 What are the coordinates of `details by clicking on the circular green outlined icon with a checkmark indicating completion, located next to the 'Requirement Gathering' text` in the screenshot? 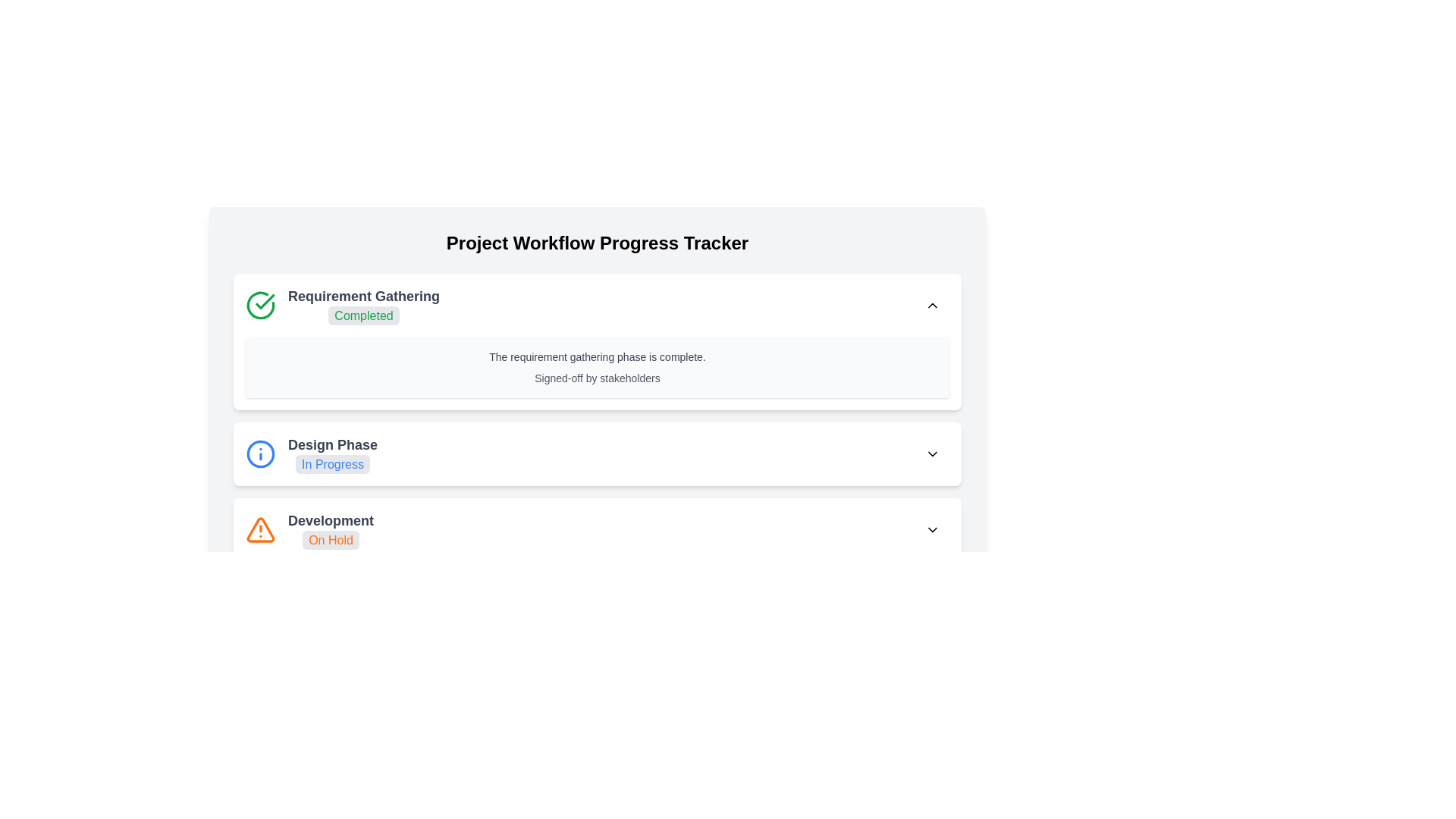 It's located at (261, 305).